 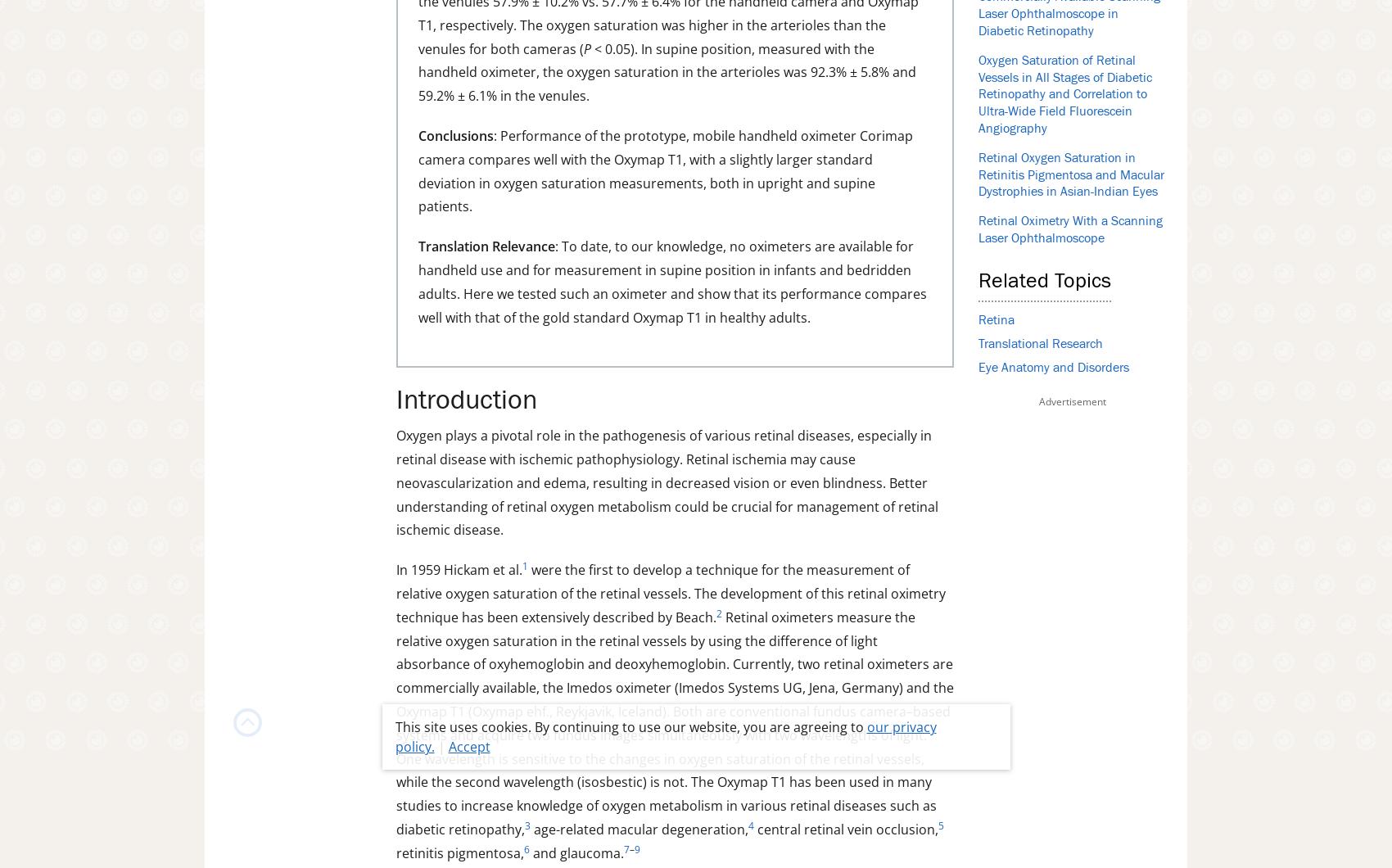 What do you see at coordinates (1045, 281) in the screenshot?
I see `'Related Topics'` at bounding box center [1045, 281].